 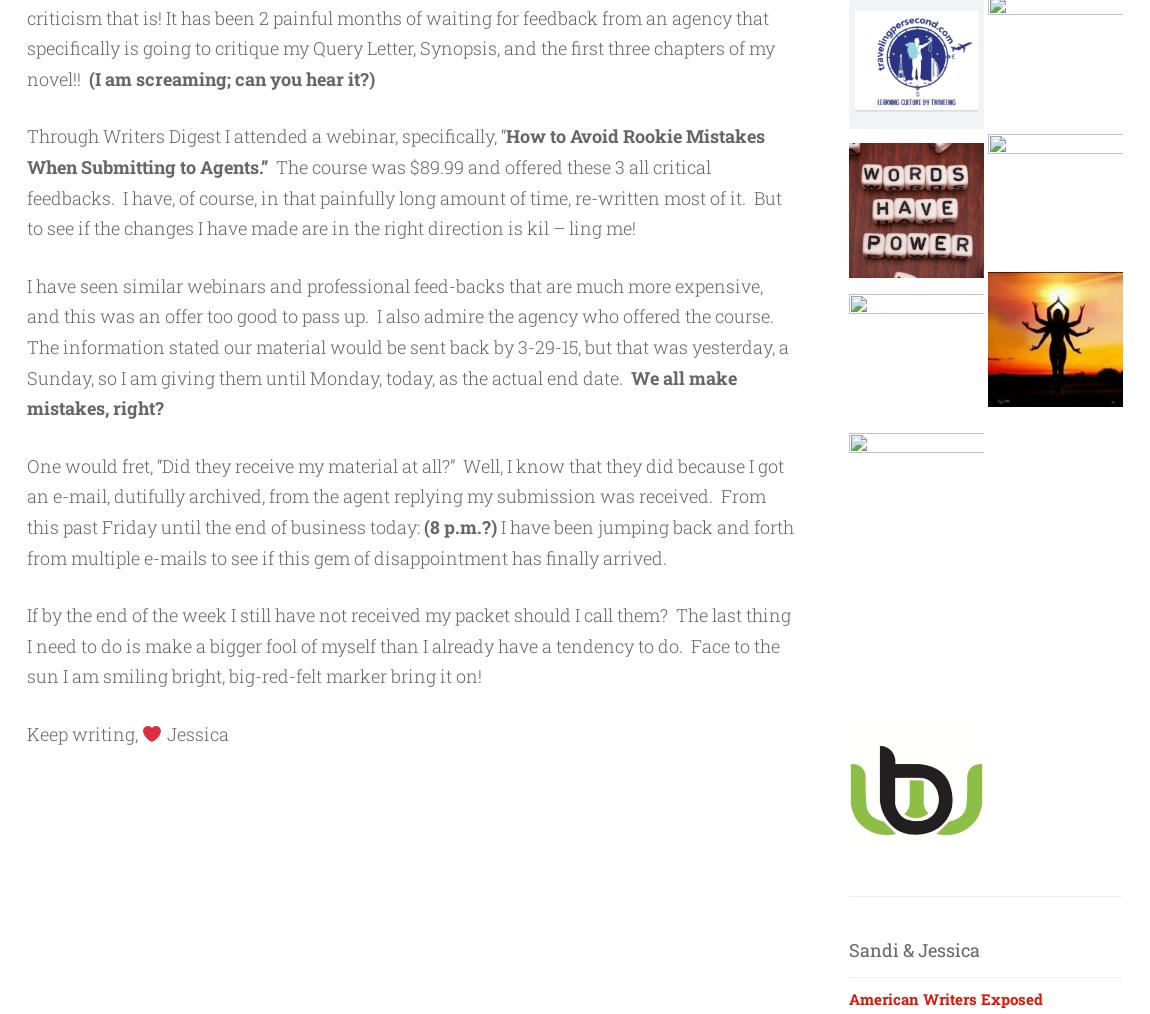 I want to click on '(I am screaming; can you hear it?)', so click(x=230, y=76).